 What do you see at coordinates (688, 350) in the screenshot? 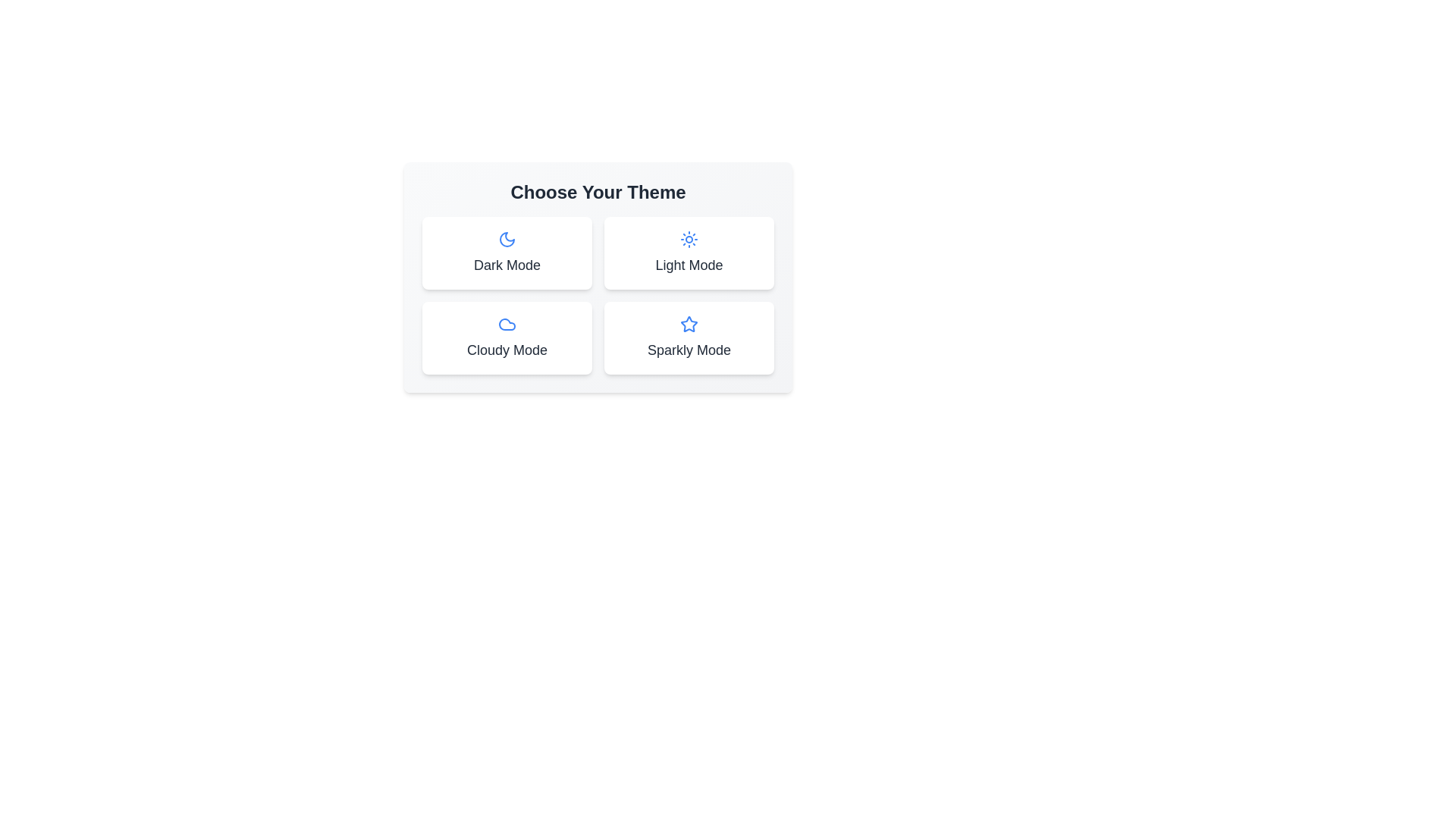
I see `the text label reading 'Sparkly Mode' located in the bottom-right panel under the 'Choose Your Theme' section, which is enclosed within a rounded rectangular card` at bounding box center [688, 350].